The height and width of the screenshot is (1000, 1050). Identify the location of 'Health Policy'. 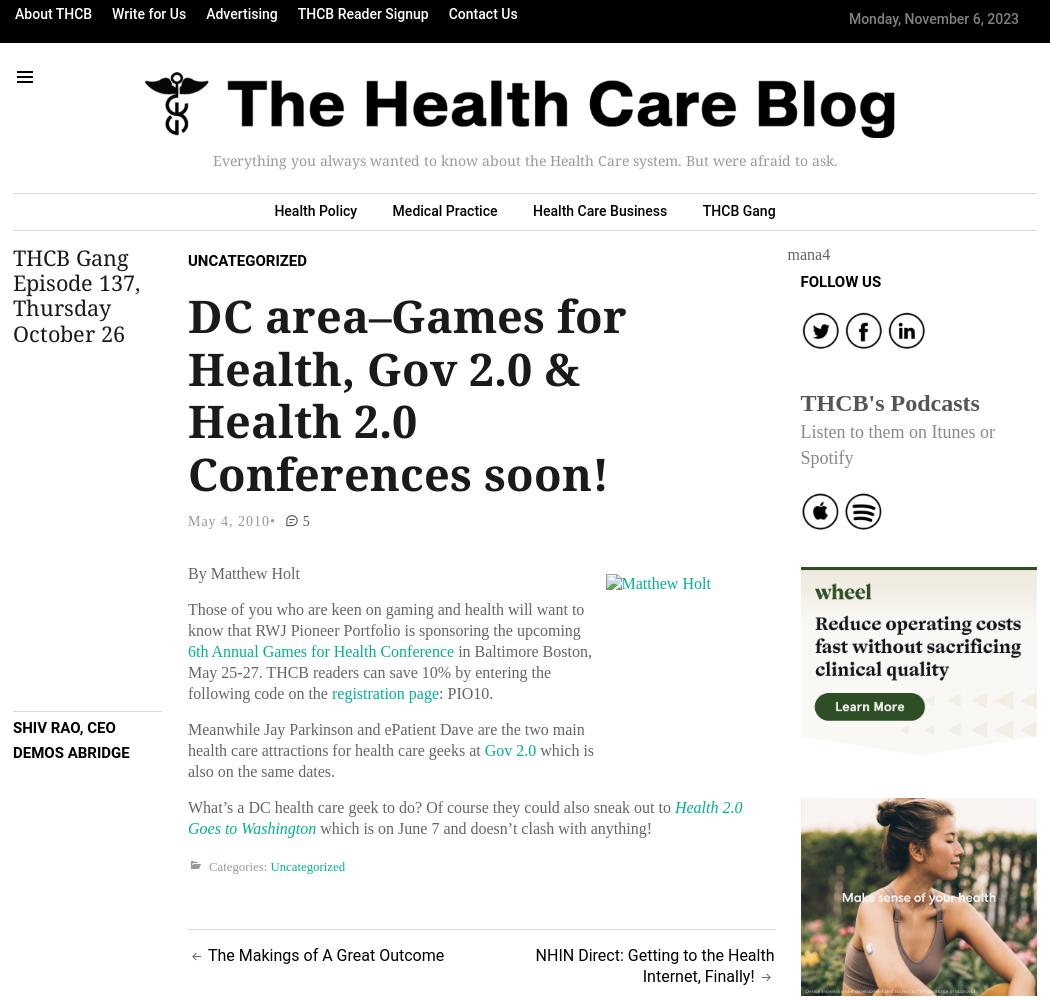
(315, 210).